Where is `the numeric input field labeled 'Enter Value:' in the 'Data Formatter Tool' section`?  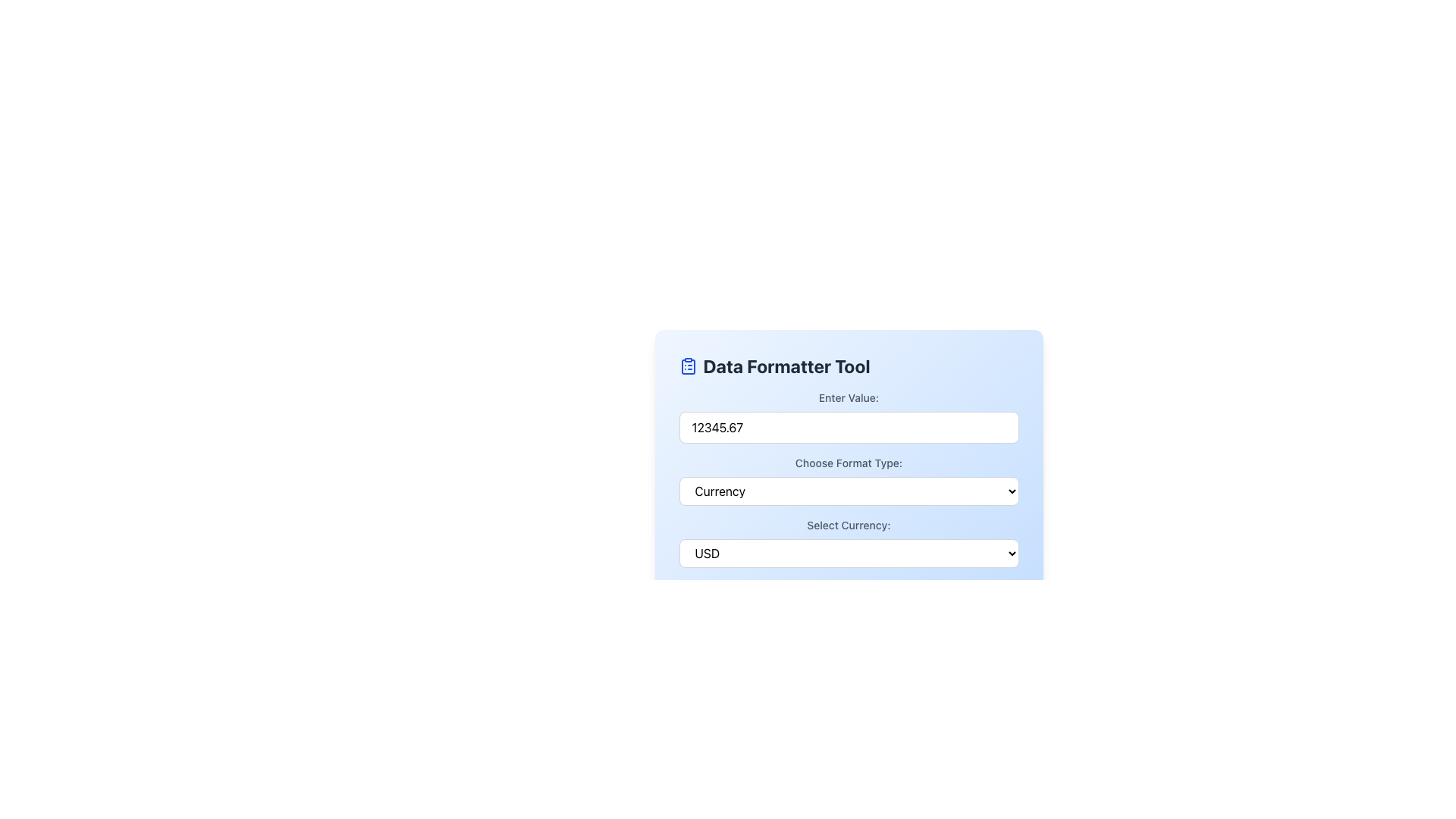
the numeric input field labeled 'Enter Value:' in the 'Data Formatter Tool' section is located at coordinates (848, 417).